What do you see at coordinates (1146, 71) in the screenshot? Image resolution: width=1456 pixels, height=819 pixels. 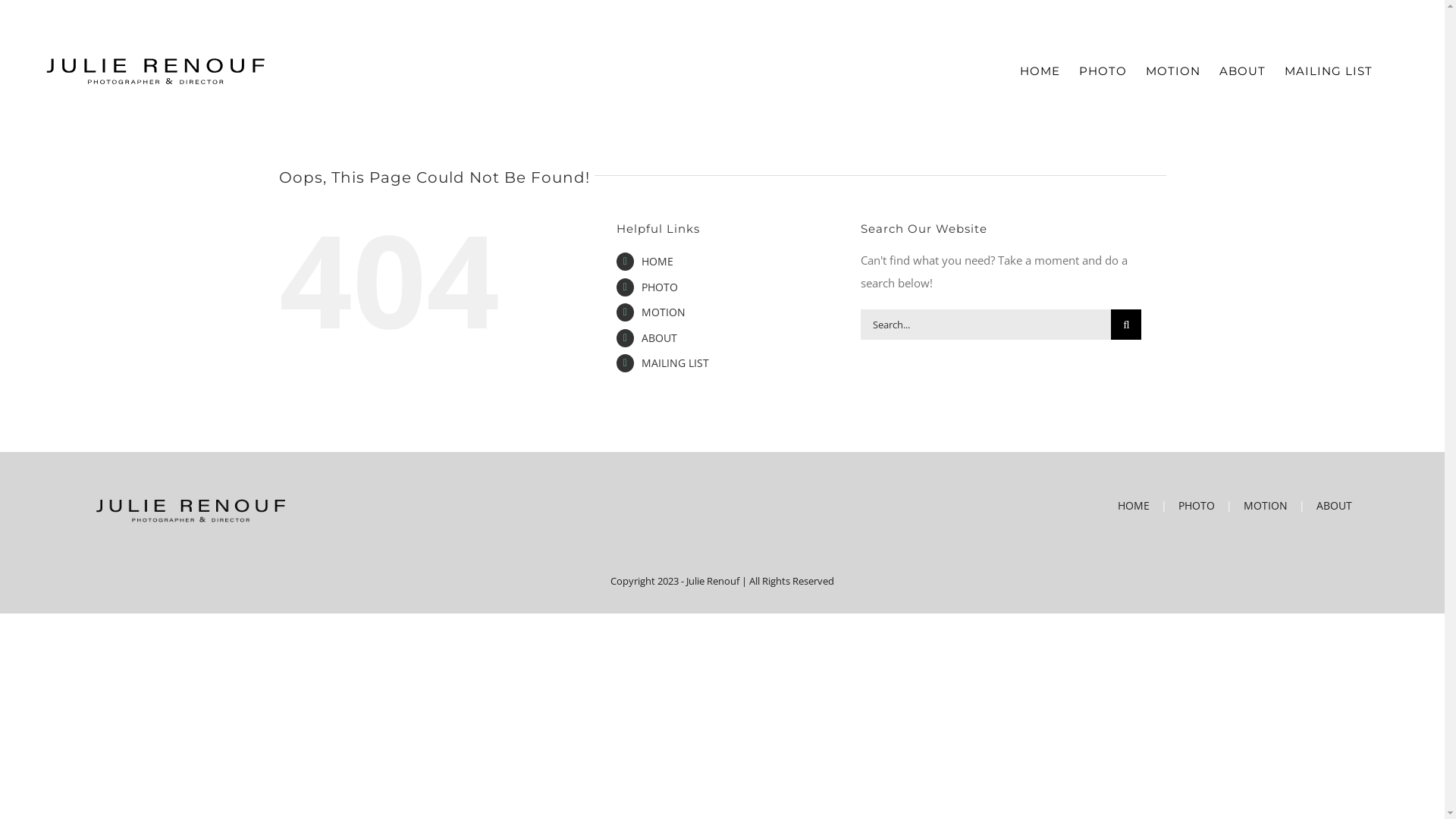 I see `'MOTION'` at bounding box center [1146, 71].